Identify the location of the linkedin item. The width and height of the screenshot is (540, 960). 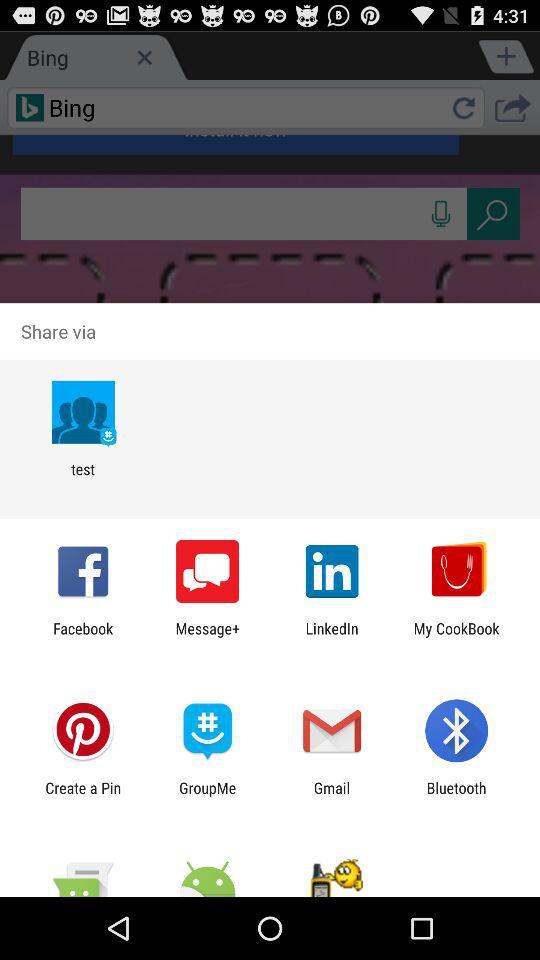
(332, 636).